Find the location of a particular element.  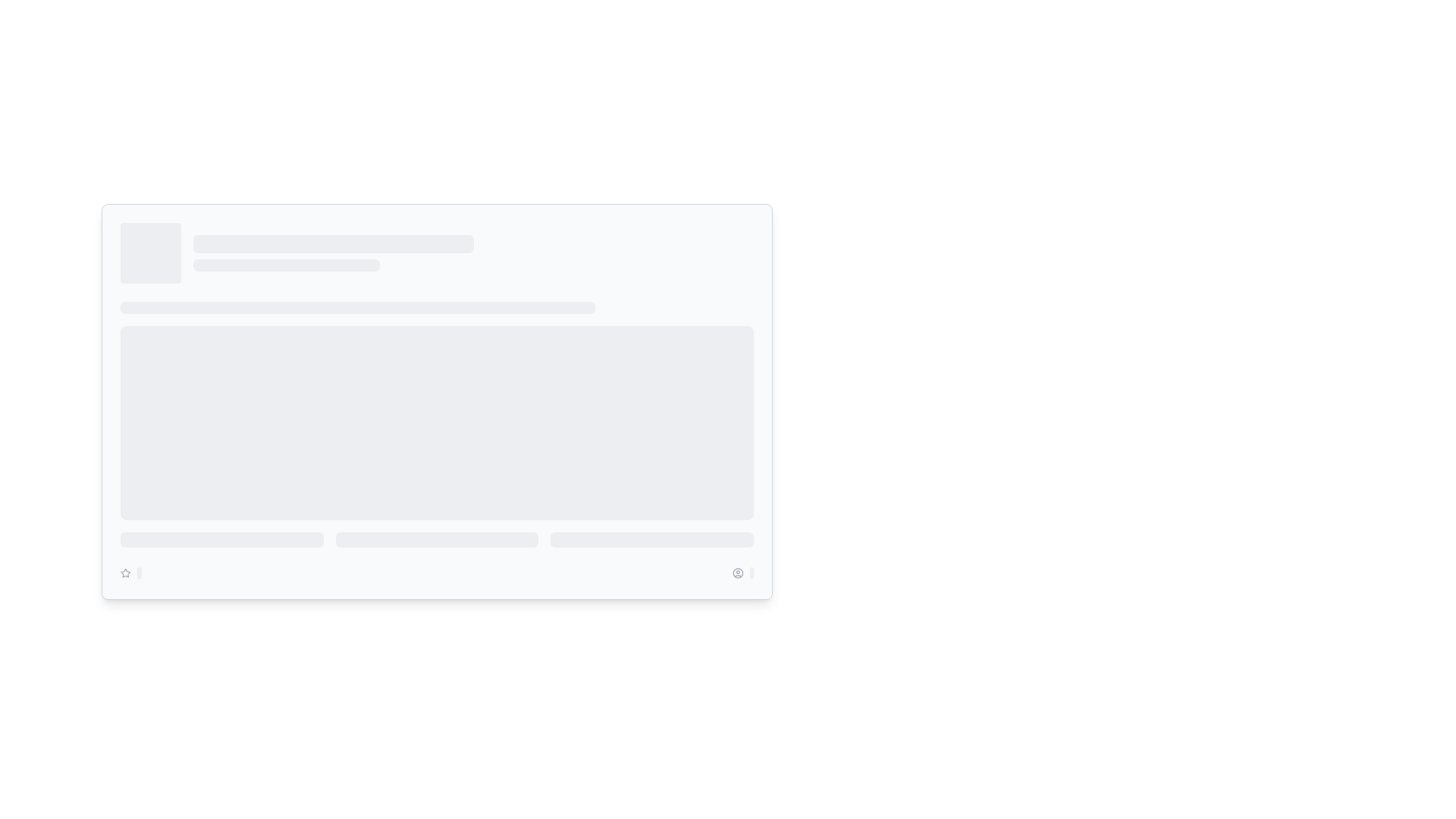

the leftmost Skeleton Placeholder Component, which indicates where content will appear in the loading state is located at coordinates (221, 539).